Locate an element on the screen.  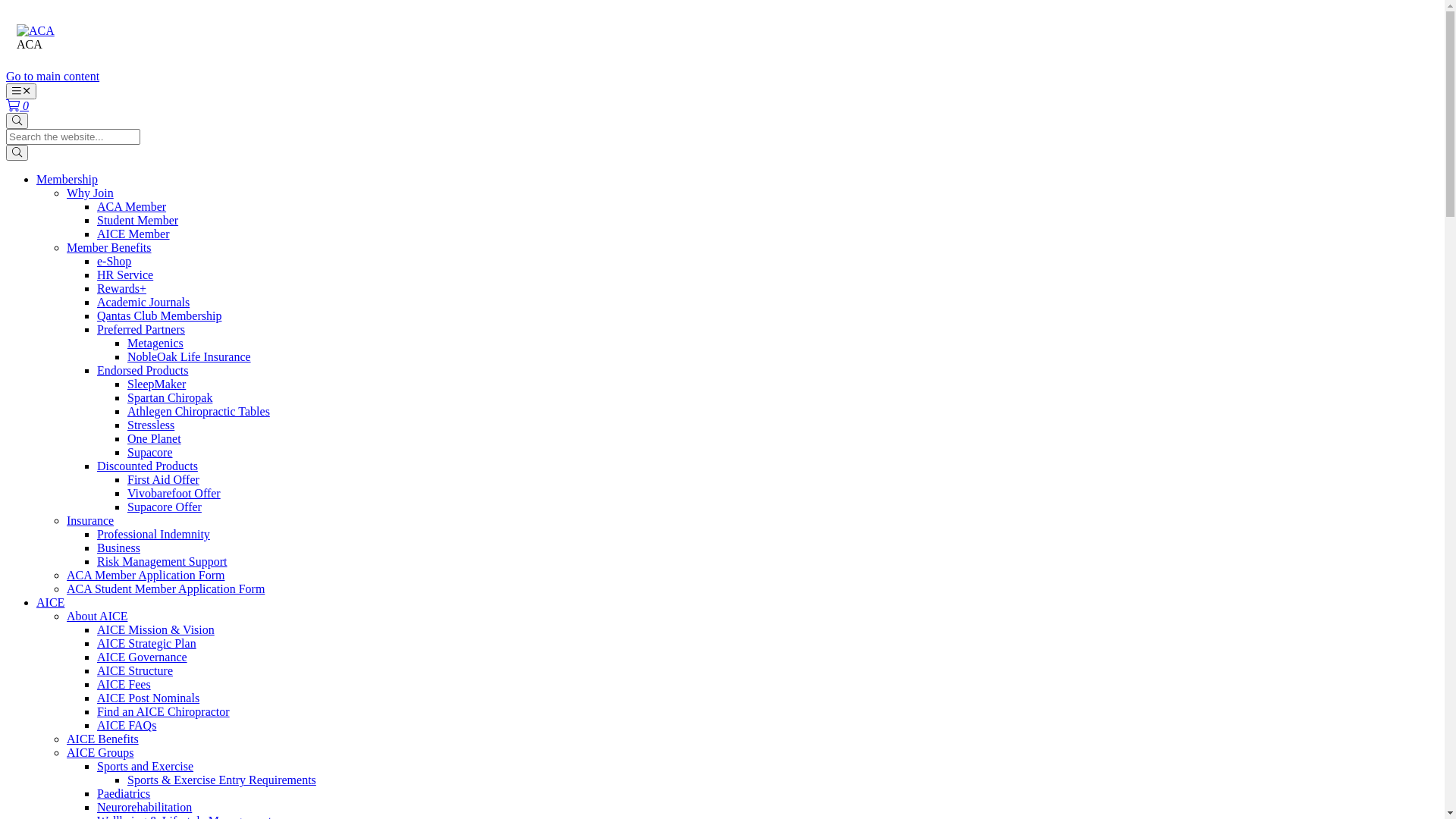
'Student Member' is located at coordinates (137, 220).